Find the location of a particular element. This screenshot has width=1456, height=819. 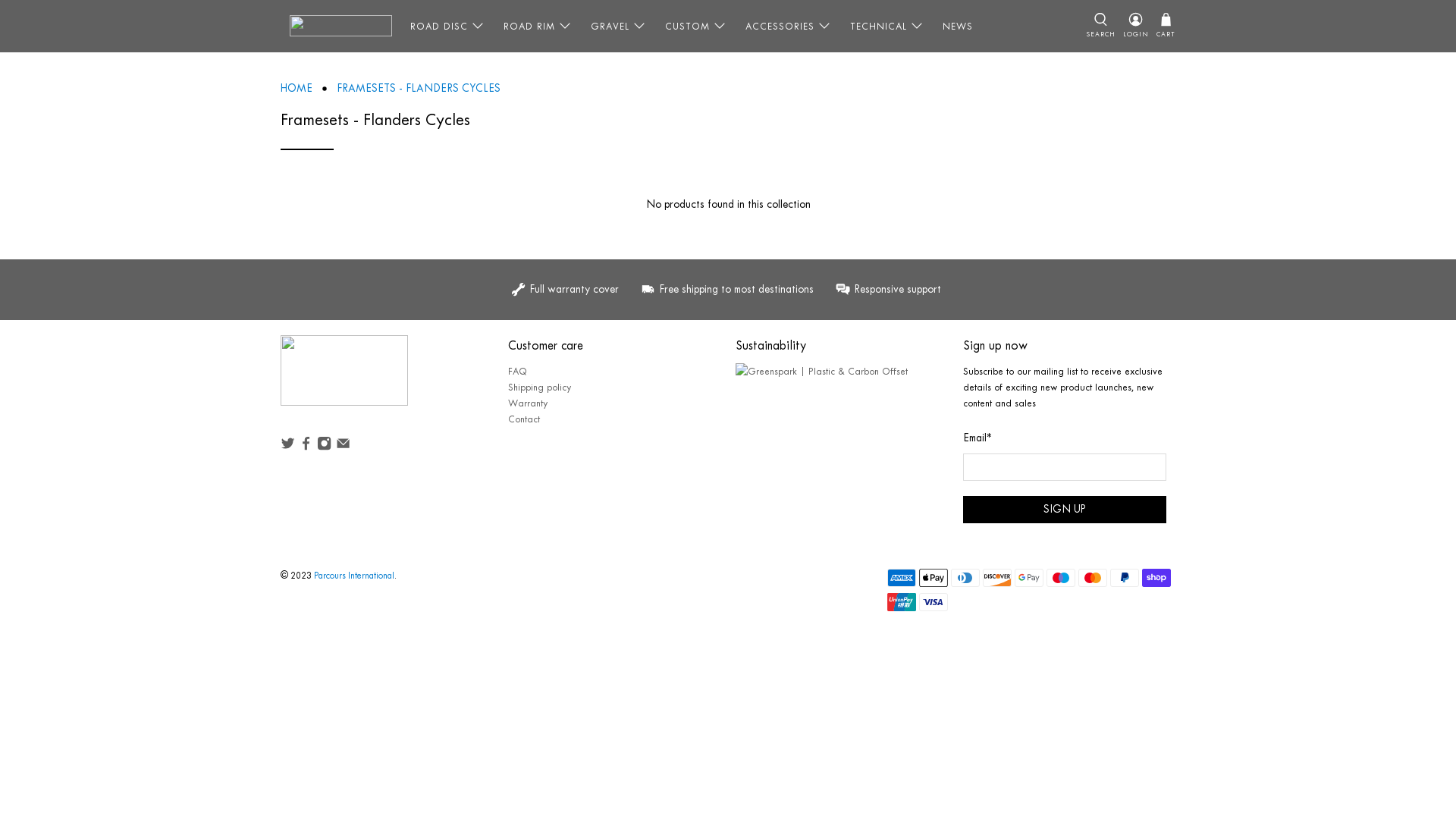

'Shipping policy' is located at coordinates (539, 386).